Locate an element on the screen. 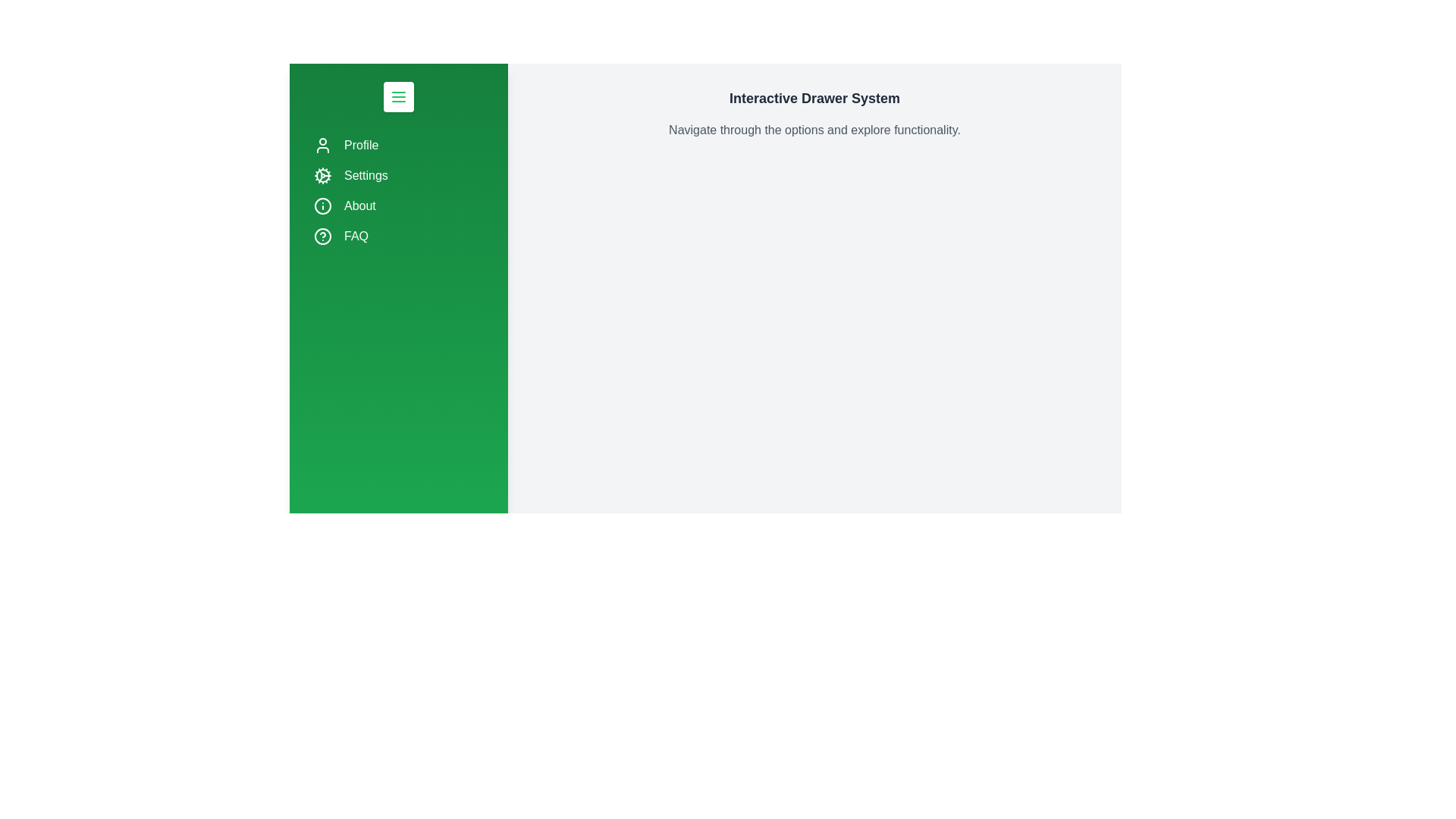 The height and width of the screenshot is (819, 1456). the navigation item Profile by clicking on it is located at coordinates (399, 146).